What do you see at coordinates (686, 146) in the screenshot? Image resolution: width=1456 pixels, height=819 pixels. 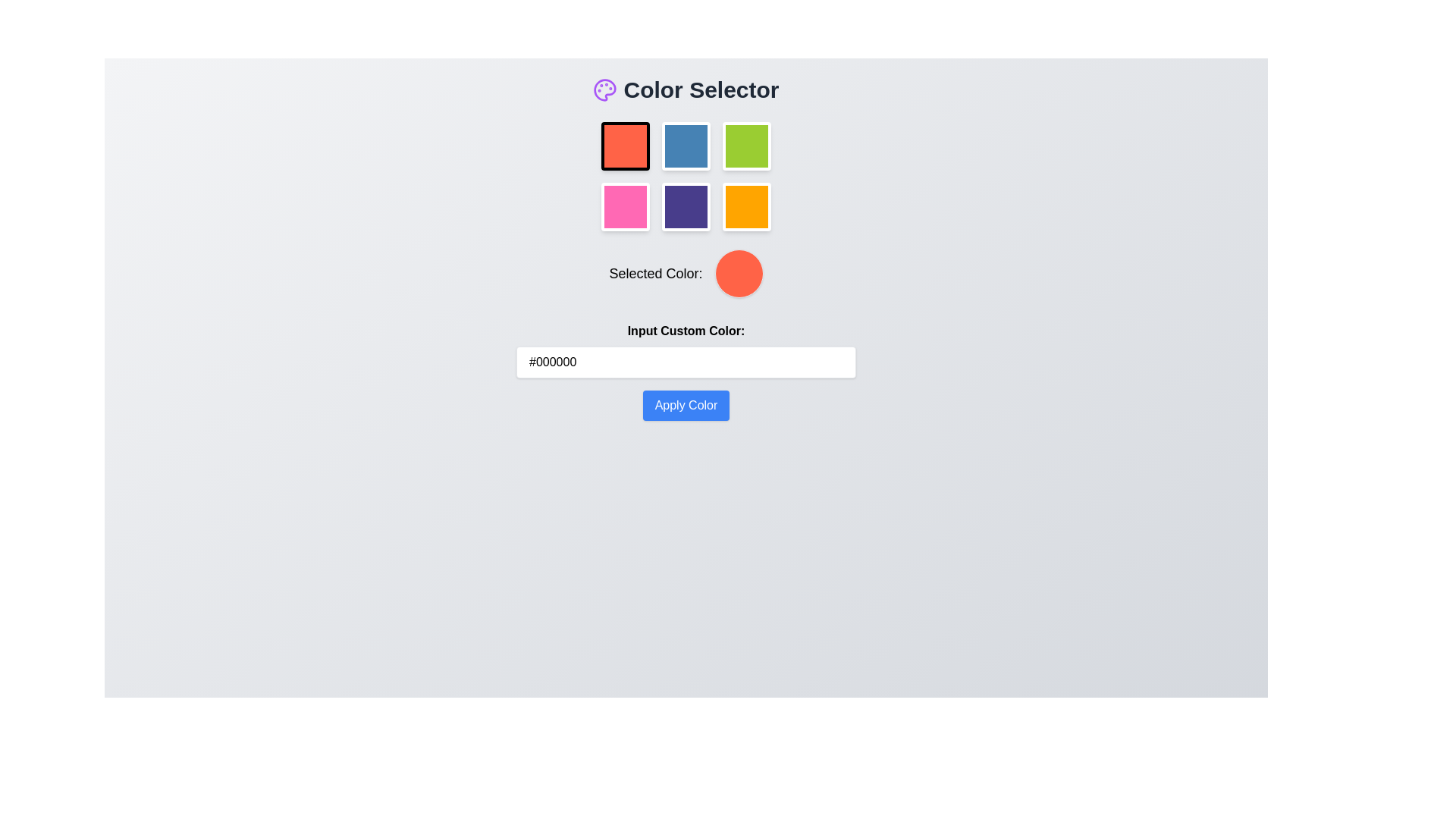 I see `the blue selectable color swatch located in the top row of the grid` at bounding box center [686, 146].